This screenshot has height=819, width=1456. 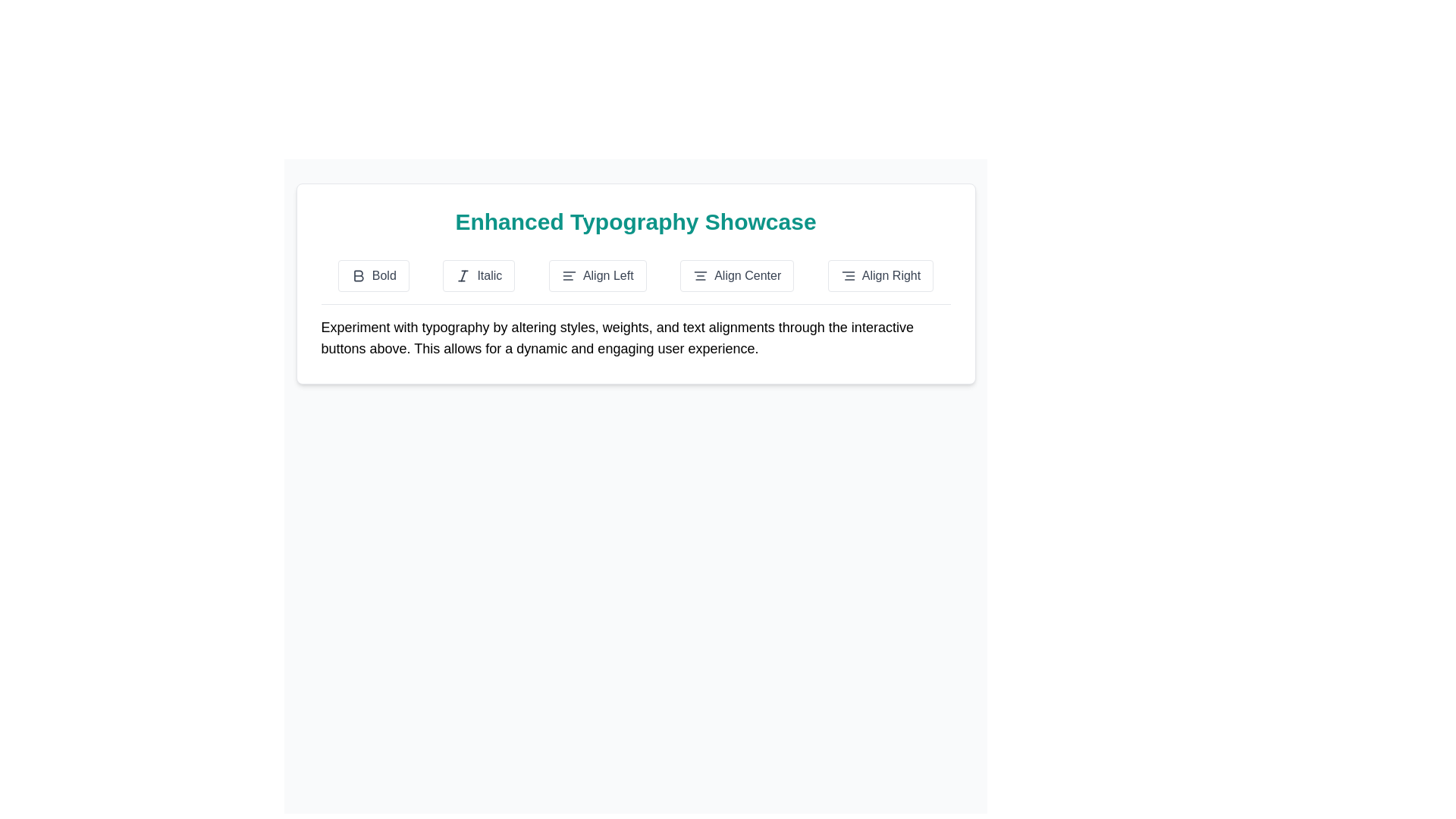 I want to click on the SVG icon button that toggles bold text styling, located at the top-left of the control panel below 'Enhanced Typography Showcase', so click(x=358, y=275).